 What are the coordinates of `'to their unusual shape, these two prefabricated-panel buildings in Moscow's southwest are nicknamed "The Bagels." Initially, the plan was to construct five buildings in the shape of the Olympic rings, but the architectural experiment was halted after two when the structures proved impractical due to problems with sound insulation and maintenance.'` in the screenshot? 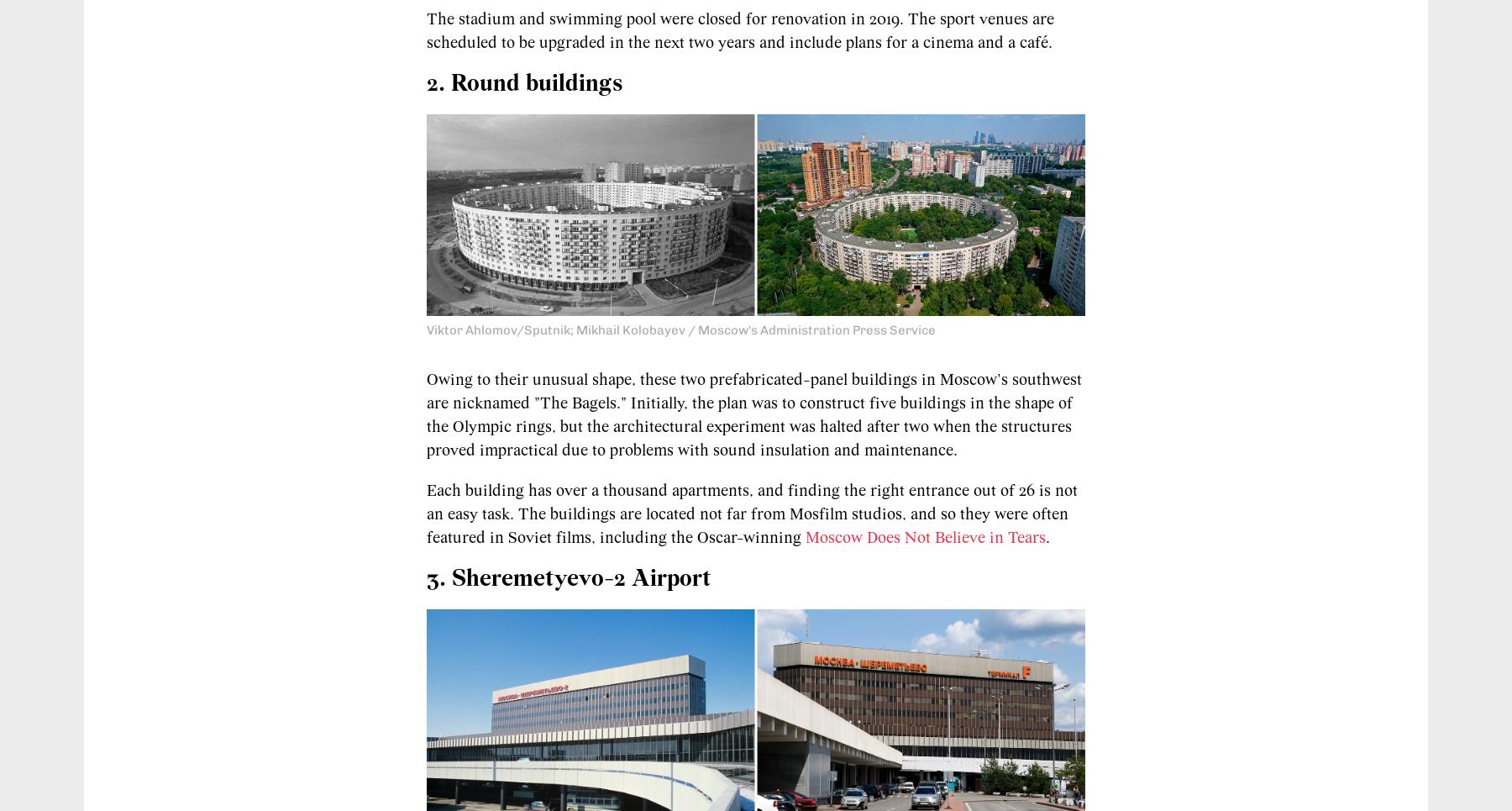 It's located at (425, 416).